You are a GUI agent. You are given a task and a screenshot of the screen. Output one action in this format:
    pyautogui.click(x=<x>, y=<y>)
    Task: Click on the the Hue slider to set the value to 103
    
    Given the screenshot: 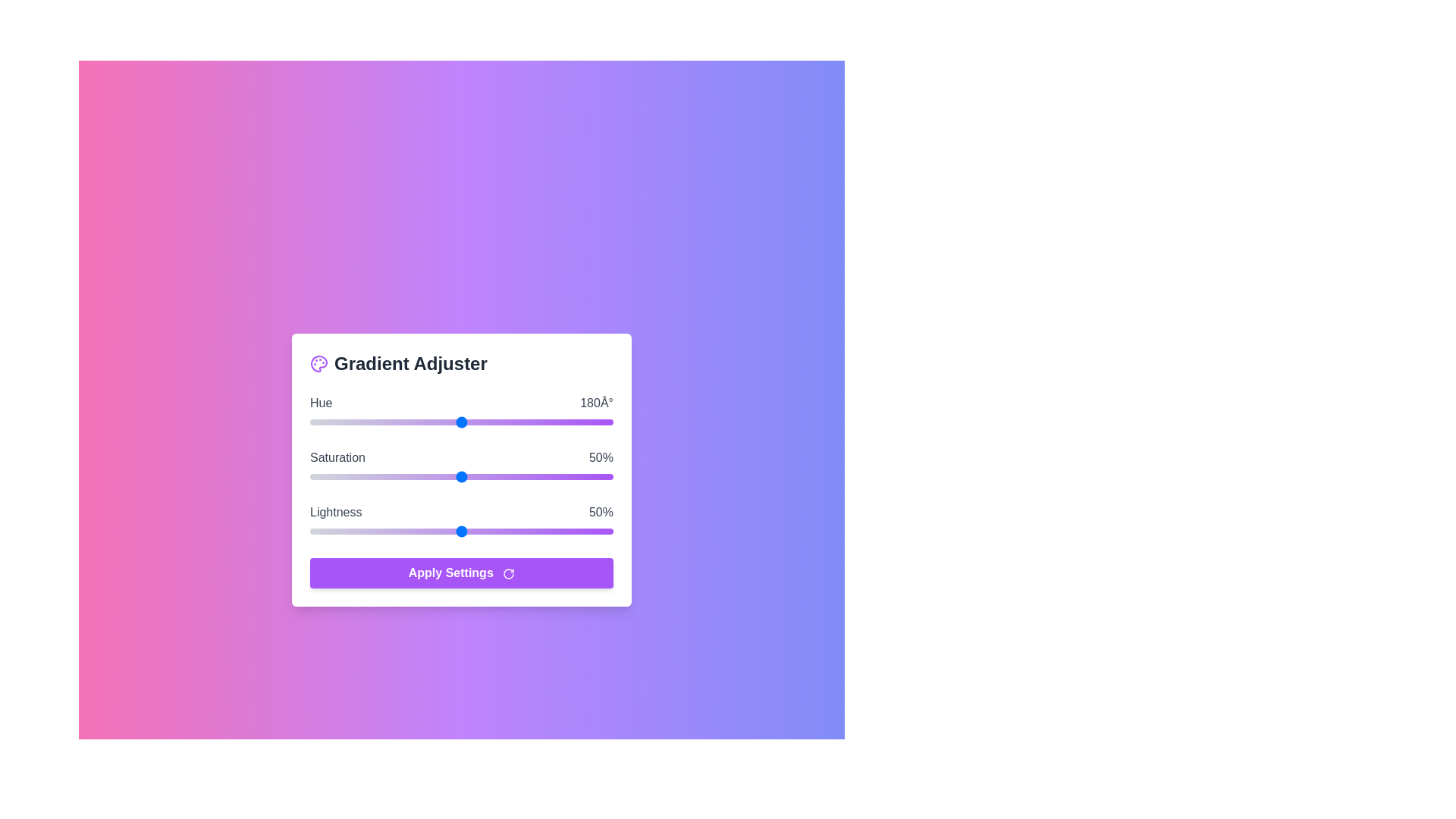 What is the action you would take?
    pyautogui.click(x=397, y=422)
    